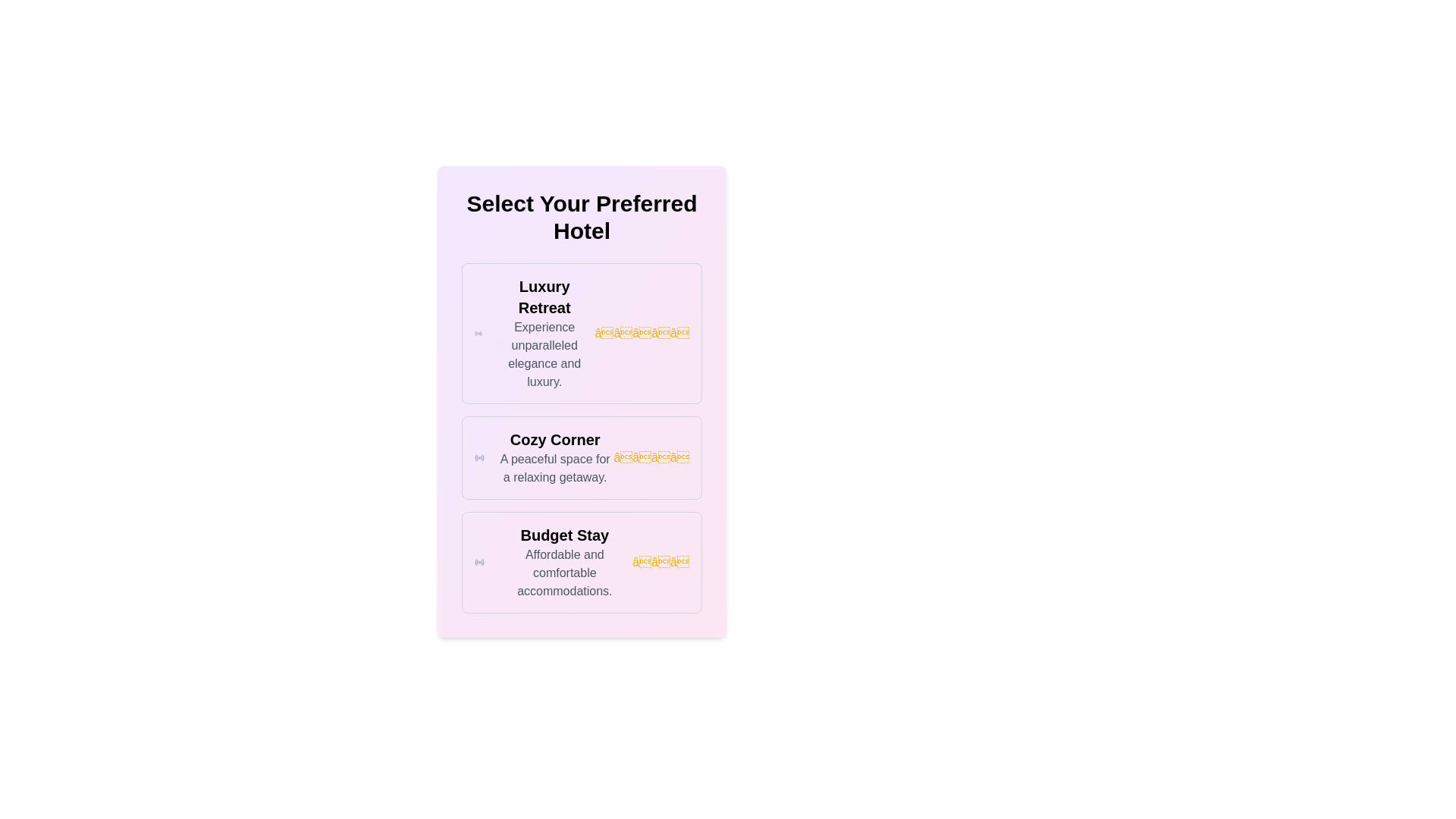  Describe the element at coordinates (581, 217) in the screenshot. I see `heading that displays 'Select Your Preferred Hotel' which is a large, bold text centered at the top of its card layout` at that location.